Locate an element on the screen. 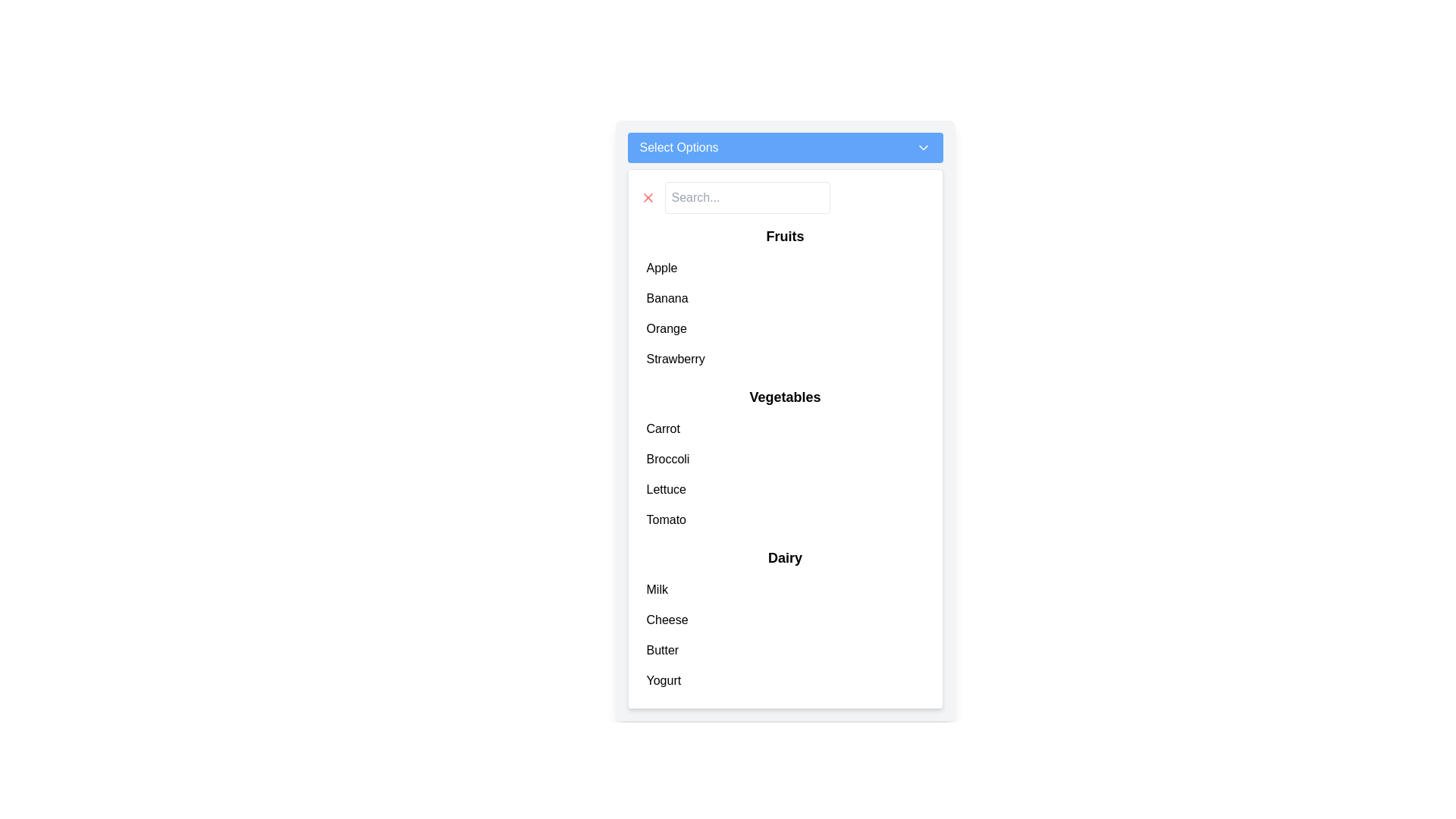 The width and height of the screenshot is (1456, 819). text label displaying 'Vegetables', which is styled in bold and larger font, positioned at the top of the vegetable items subgroup is located at coordinates (785, 397).